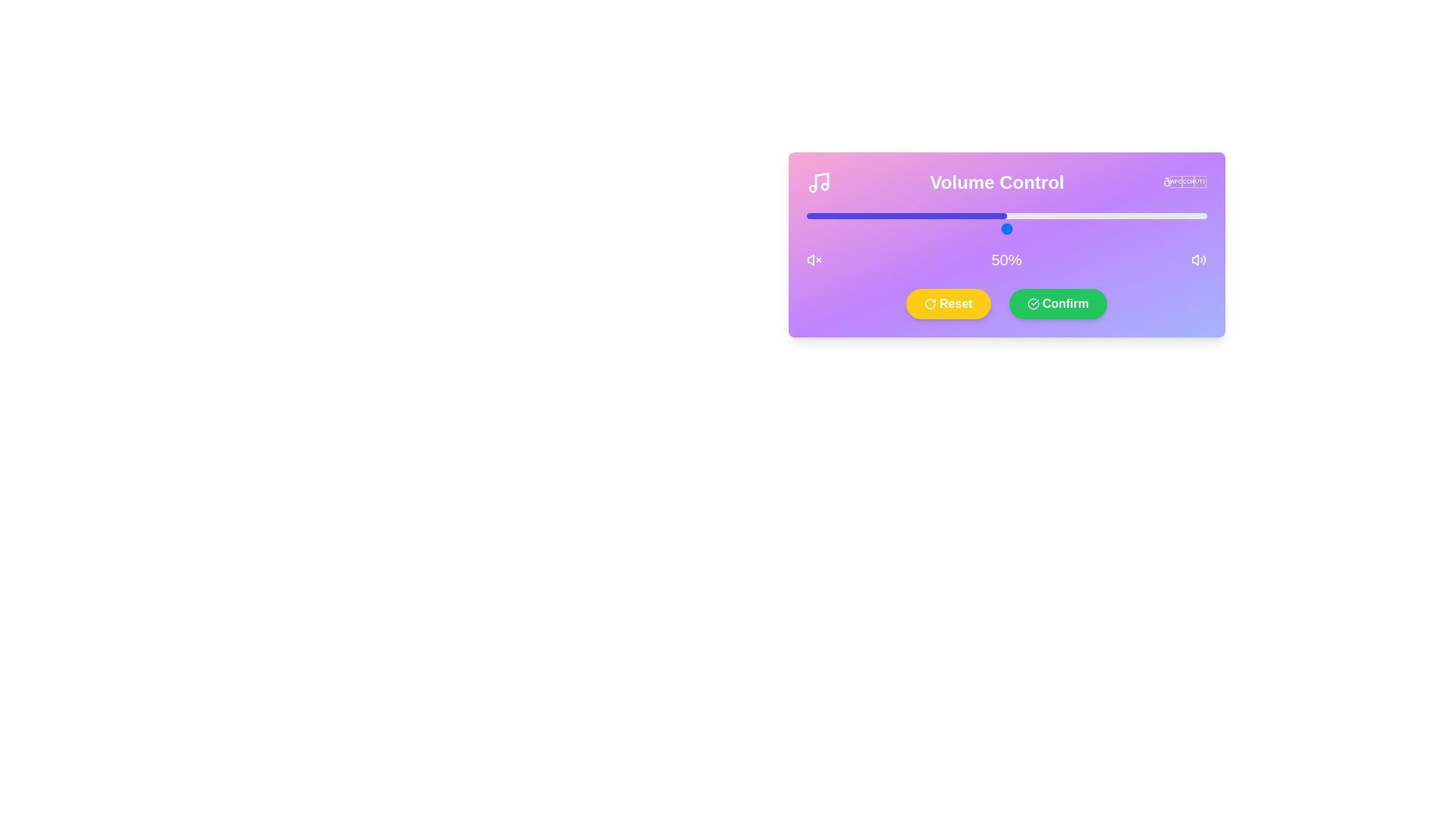  What do you see at coordinates (902, 228) in the screenshot?
I see `the slider` at bounding box center [902, 228].